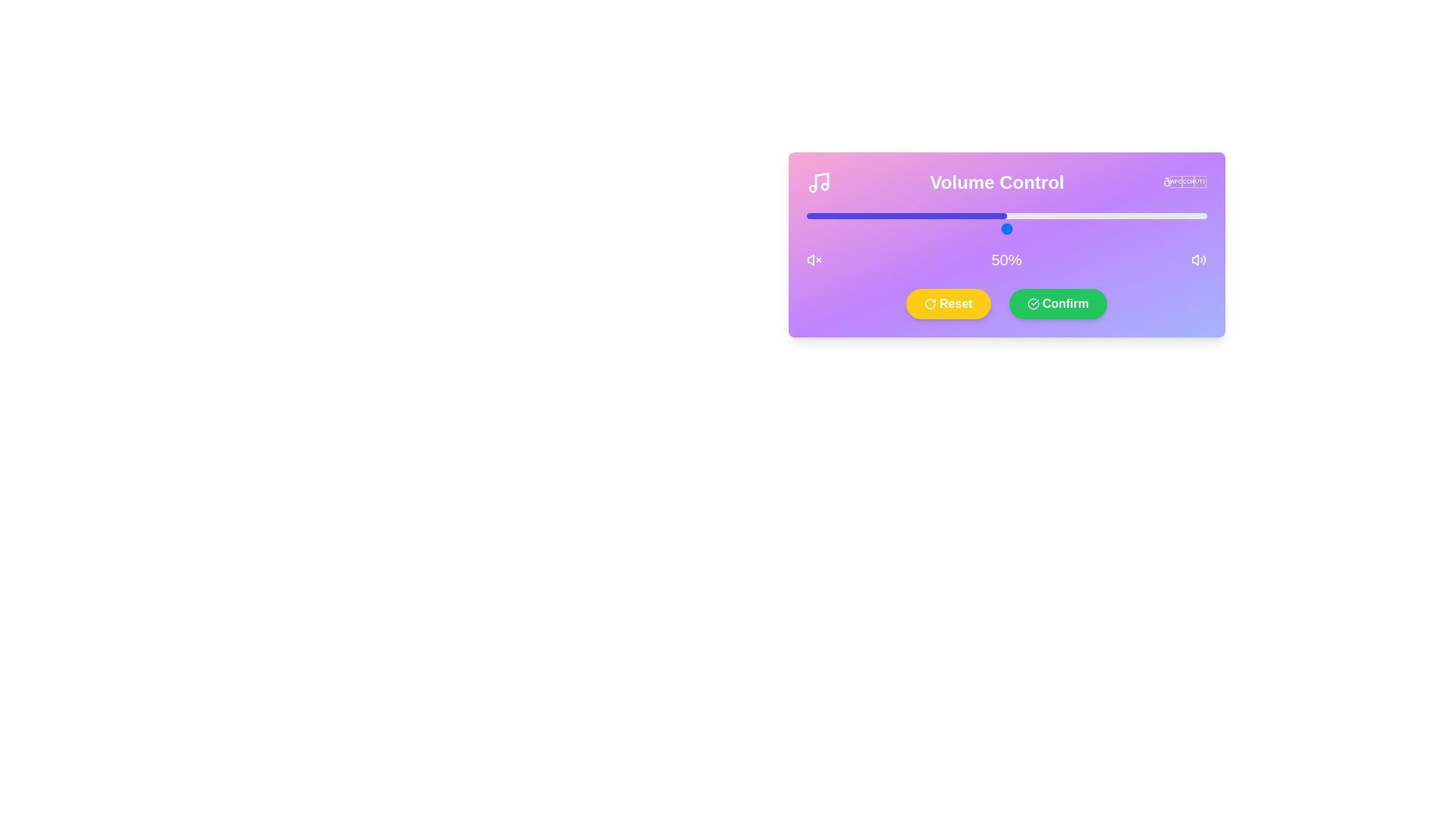  What do you see at coordinates (902, 228) in the screenshot?
I see `the slider` at bounding box center [902, 228].